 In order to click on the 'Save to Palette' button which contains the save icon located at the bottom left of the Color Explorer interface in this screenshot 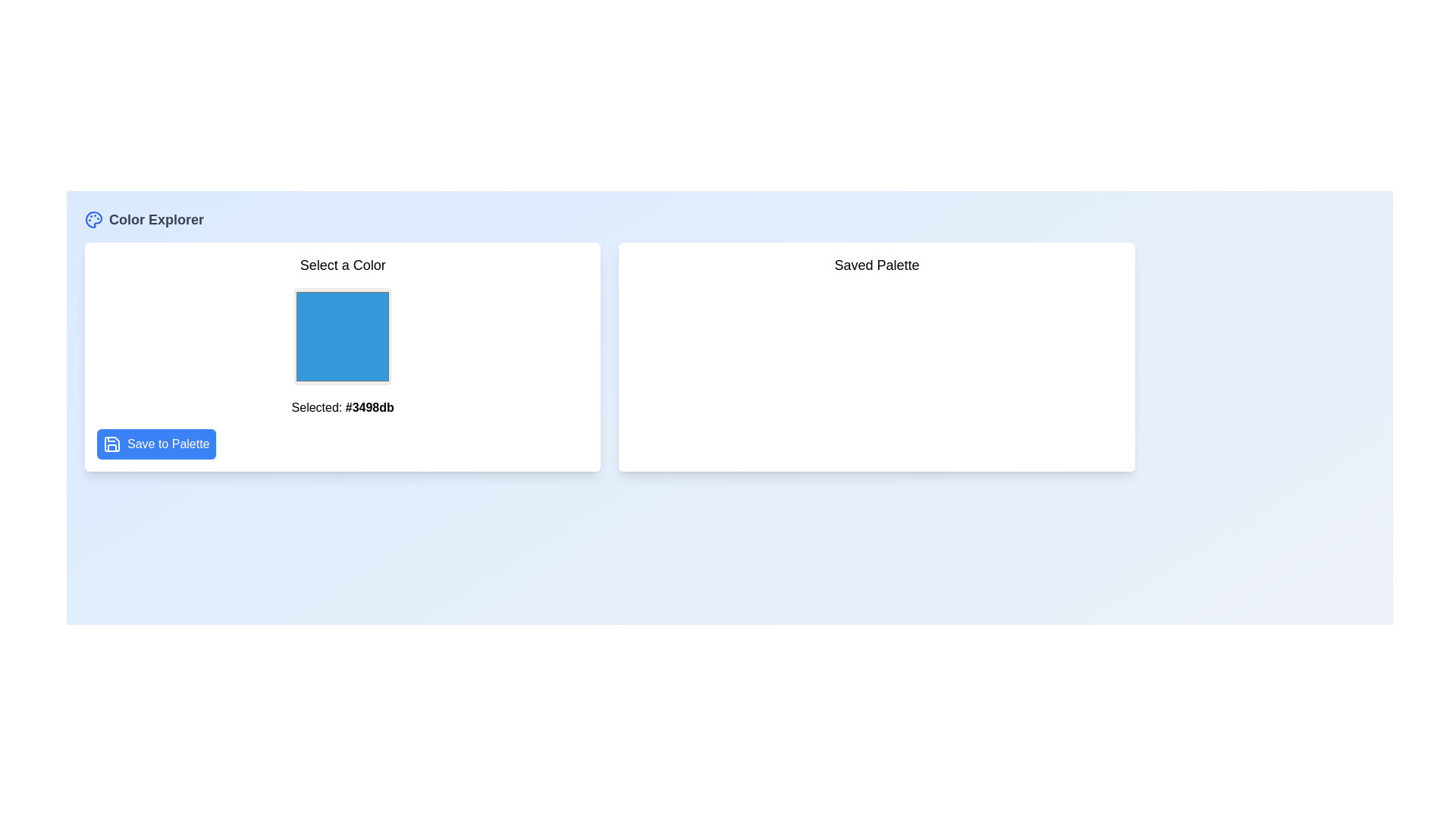, I will do `click(111, 444)`.